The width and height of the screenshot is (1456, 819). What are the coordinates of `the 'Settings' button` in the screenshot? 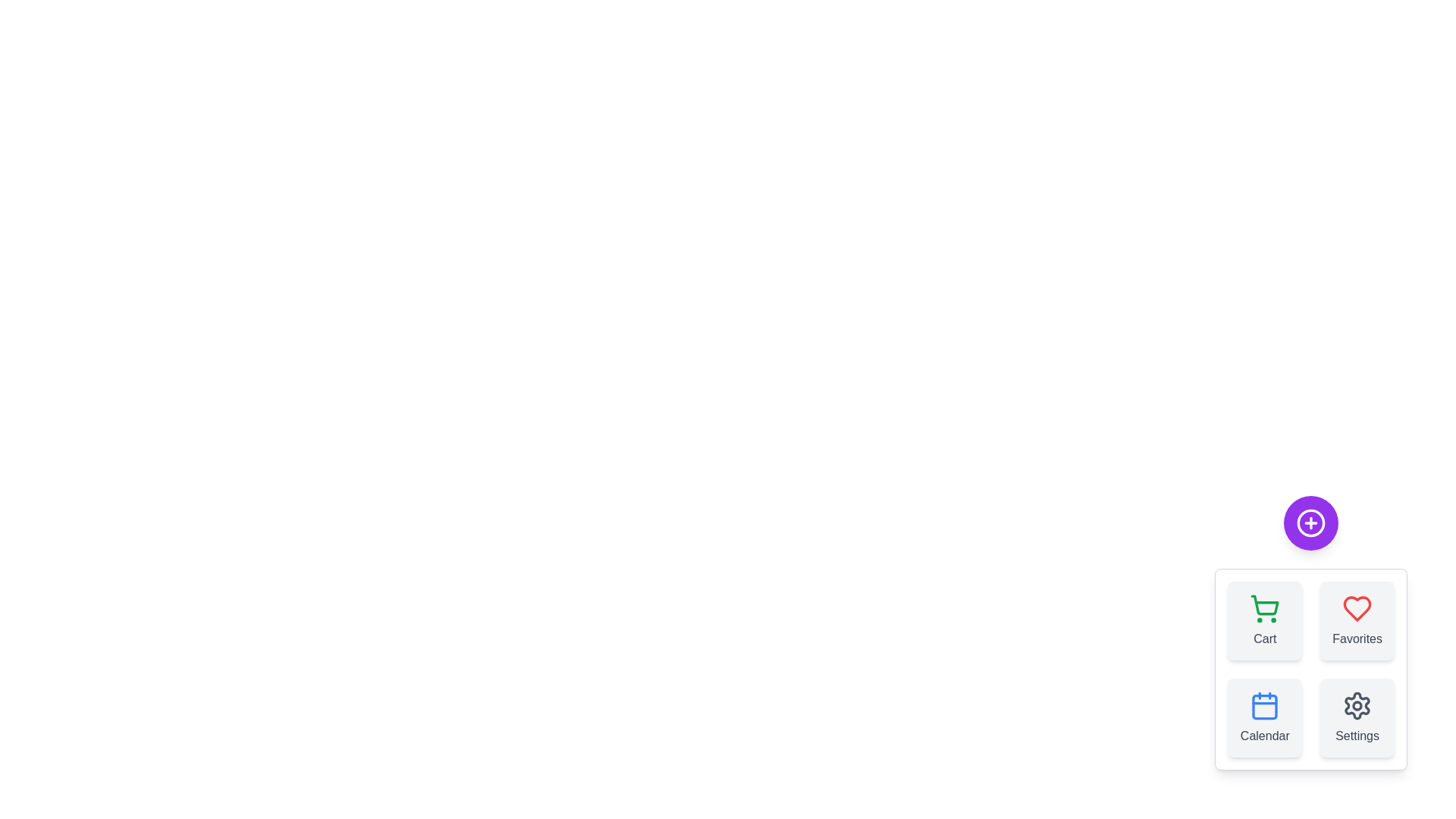 It's located at (1357, 717).